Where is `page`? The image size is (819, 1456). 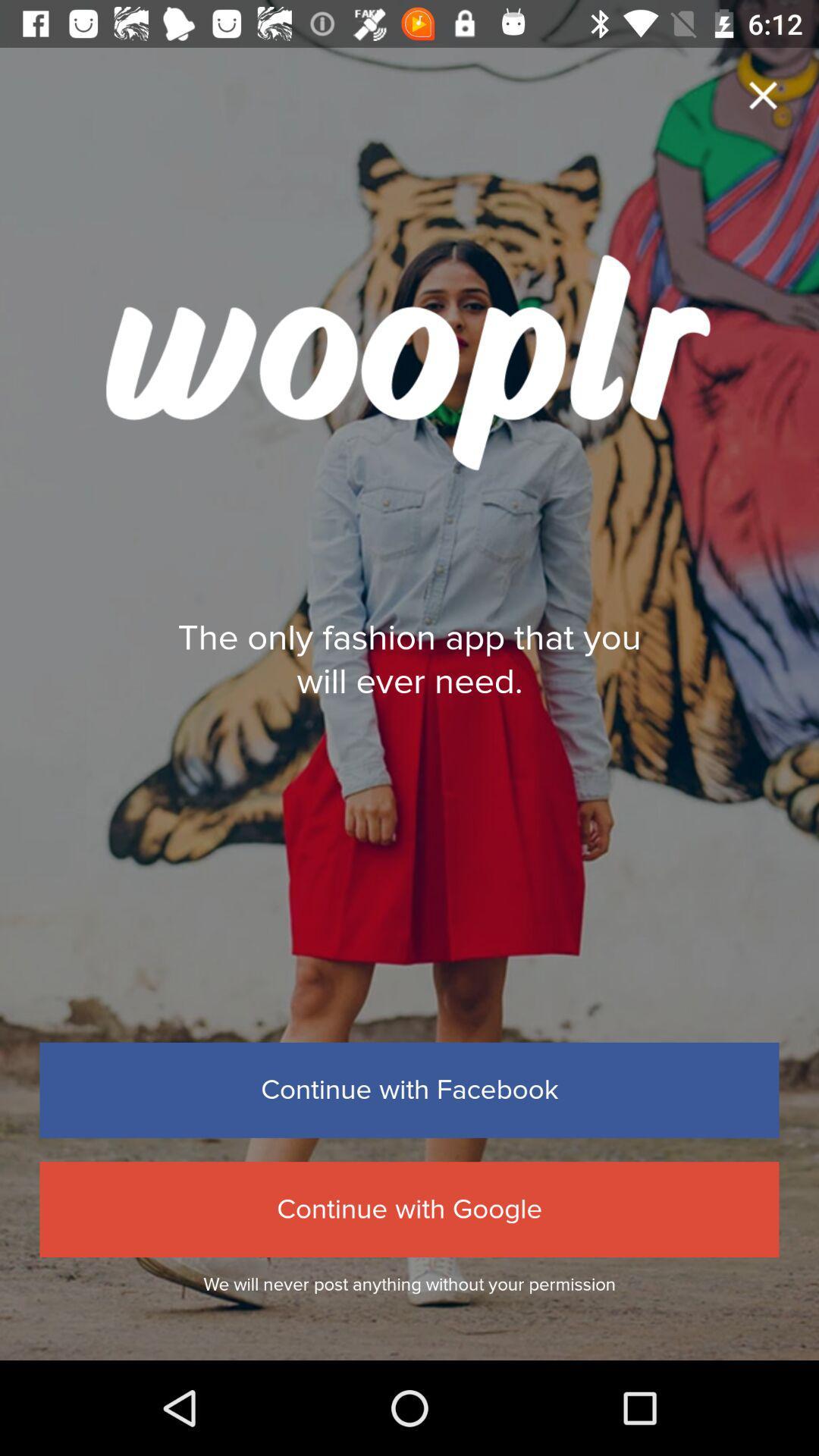
page is located at coordinates (763, 94).